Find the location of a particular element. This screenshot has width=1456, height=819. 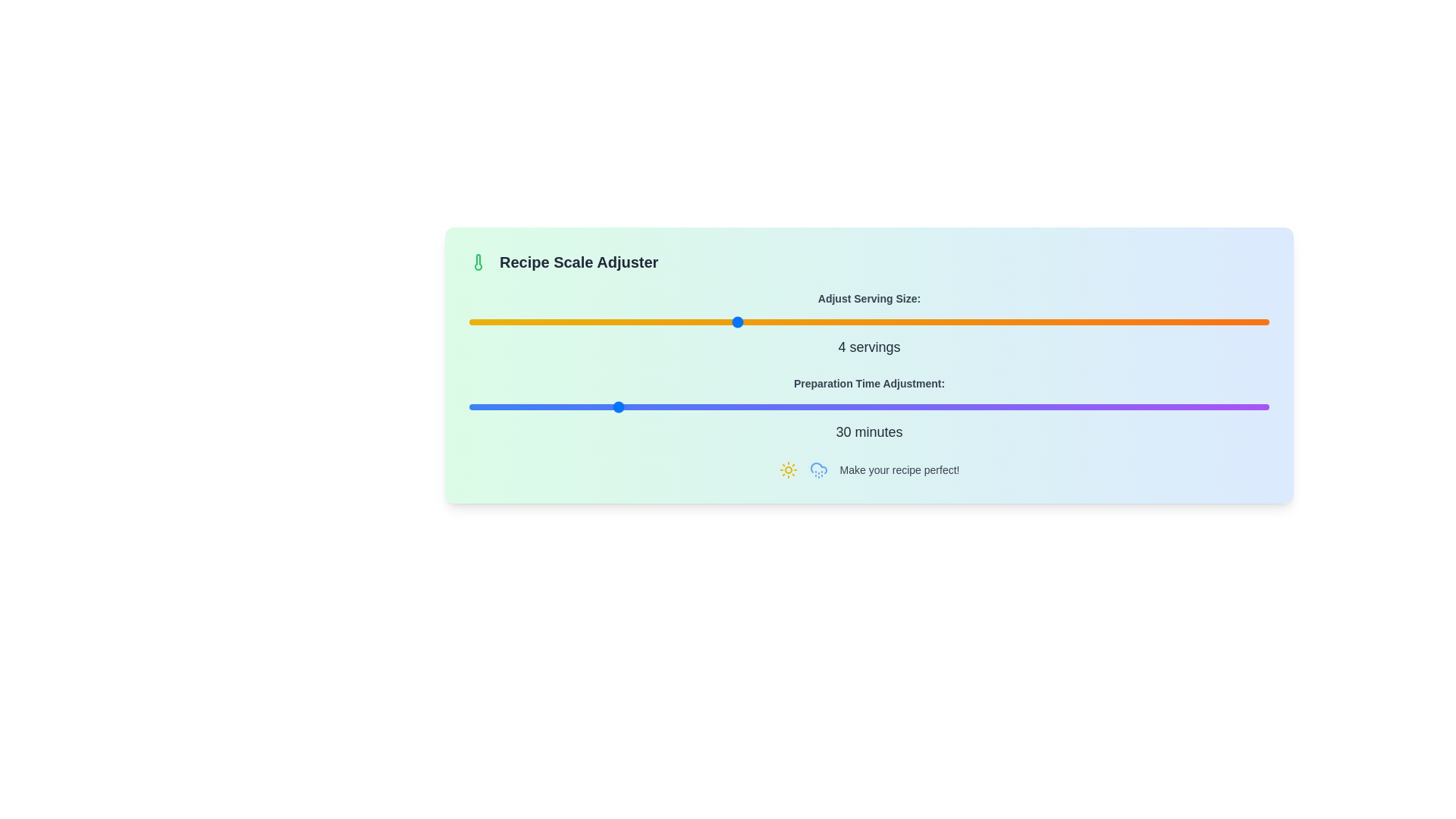

the preparation time is located at coordinates (541, 406).